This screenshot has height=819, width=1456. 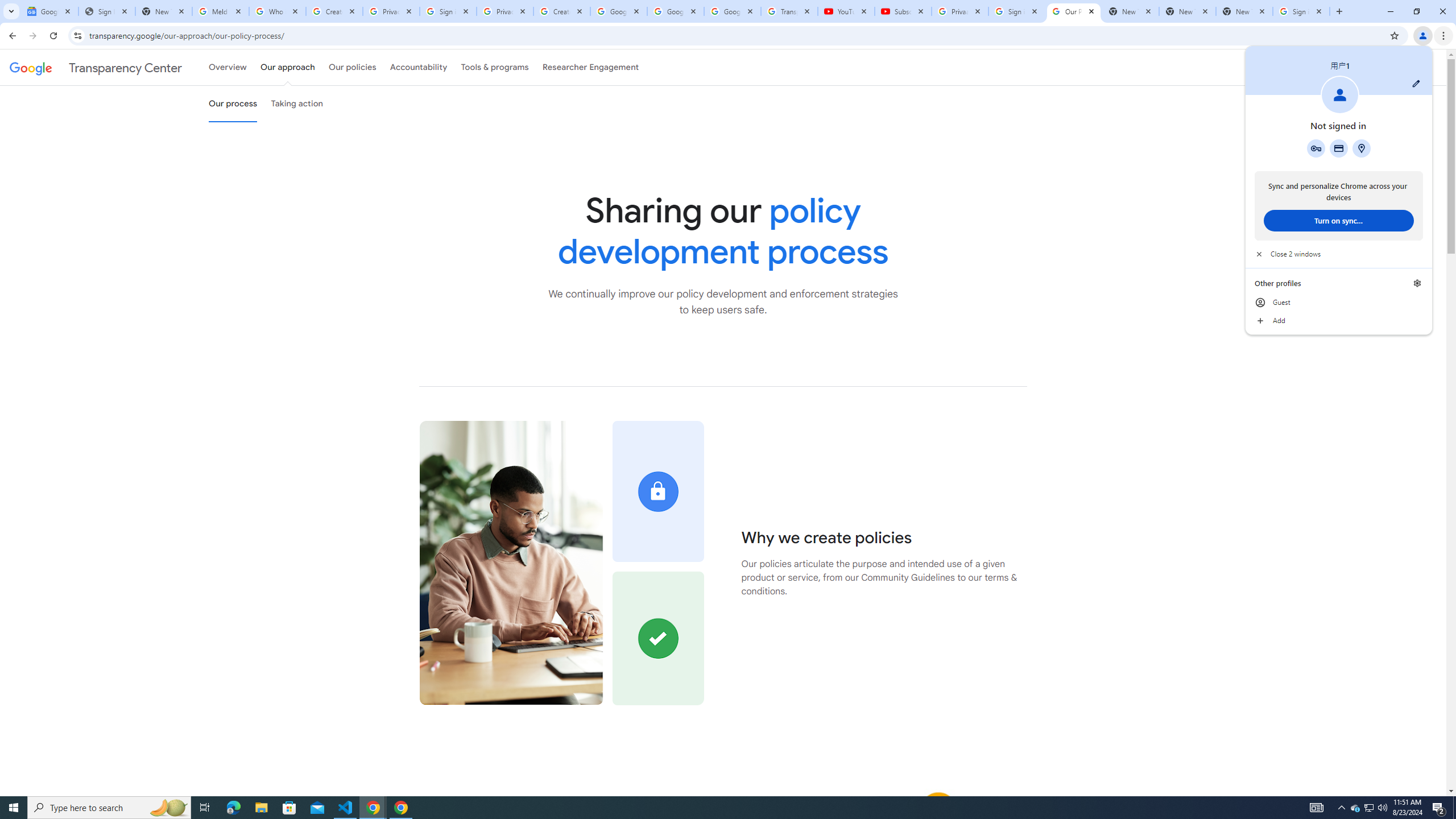 I want to click on 'Guest', so click(x=1338, y=303).